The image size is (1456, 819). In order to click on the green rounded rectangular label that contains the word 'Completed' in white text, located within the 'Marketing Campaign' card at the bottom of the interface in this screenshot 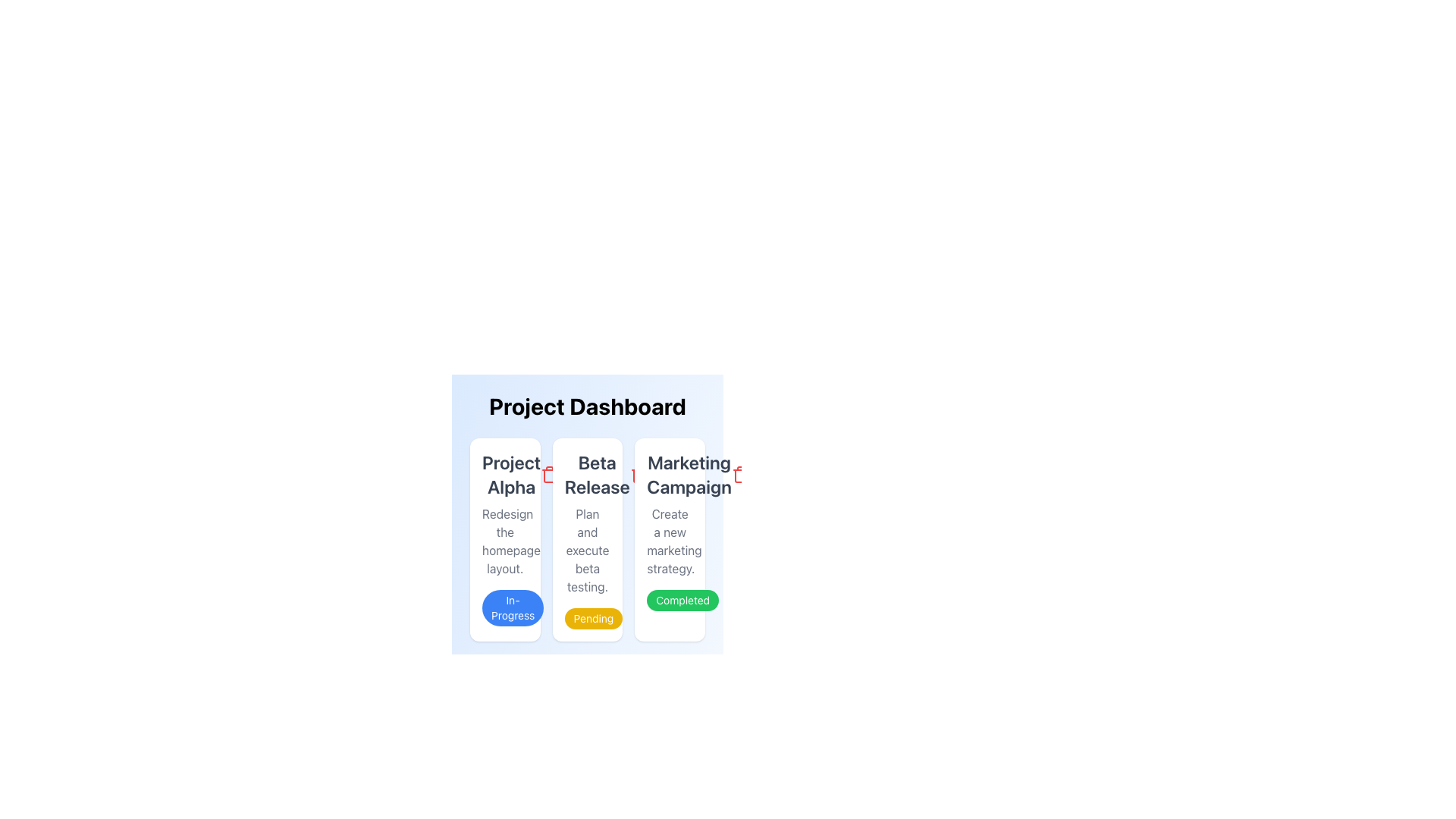, I will do `click(682, 599)`.